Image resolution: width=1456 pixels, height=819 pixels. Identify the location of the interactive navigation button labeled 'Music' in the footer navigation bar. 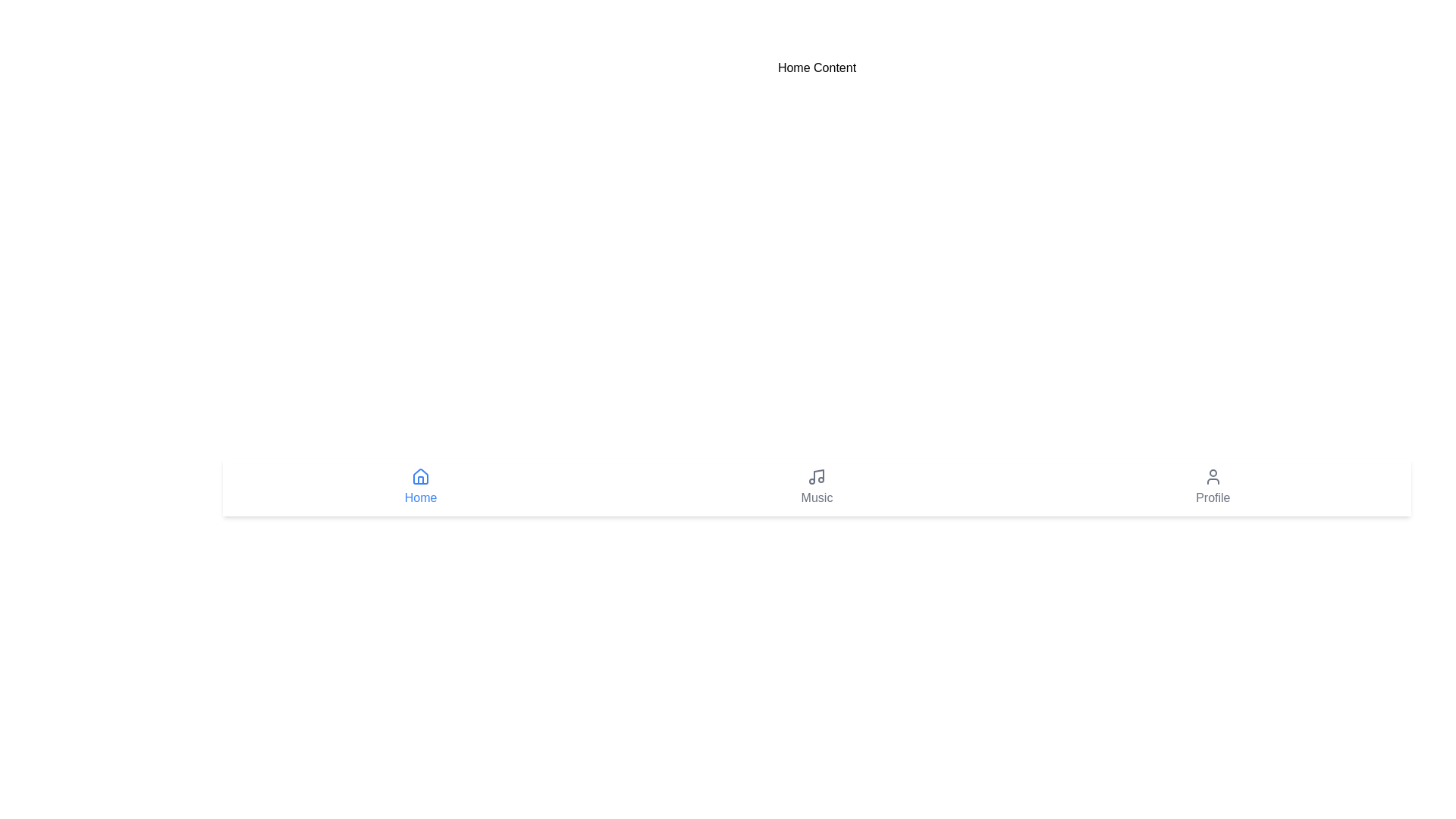
(816, 488).